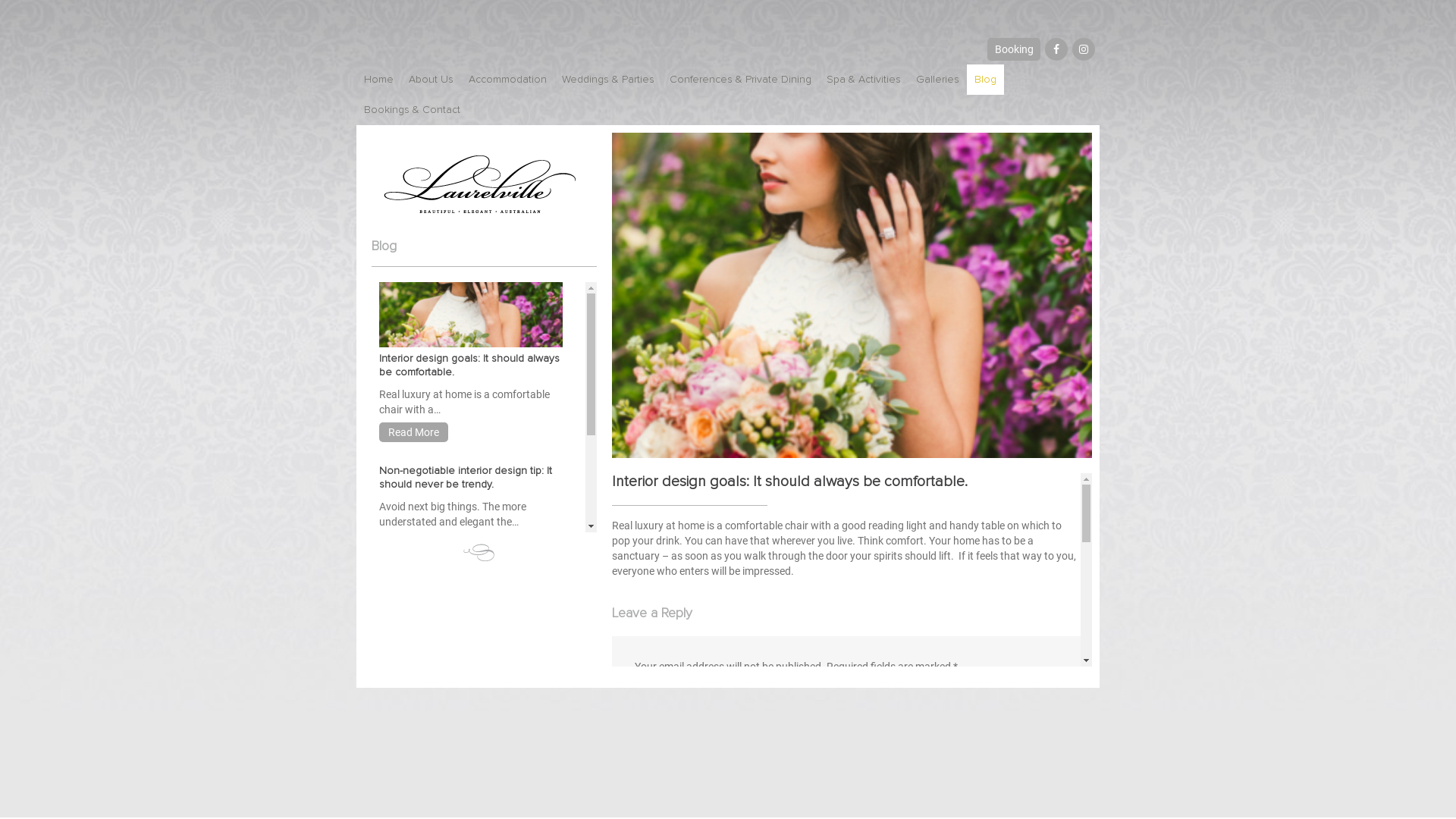  I want to click on 'Spa & Activities', so click(863, 79).